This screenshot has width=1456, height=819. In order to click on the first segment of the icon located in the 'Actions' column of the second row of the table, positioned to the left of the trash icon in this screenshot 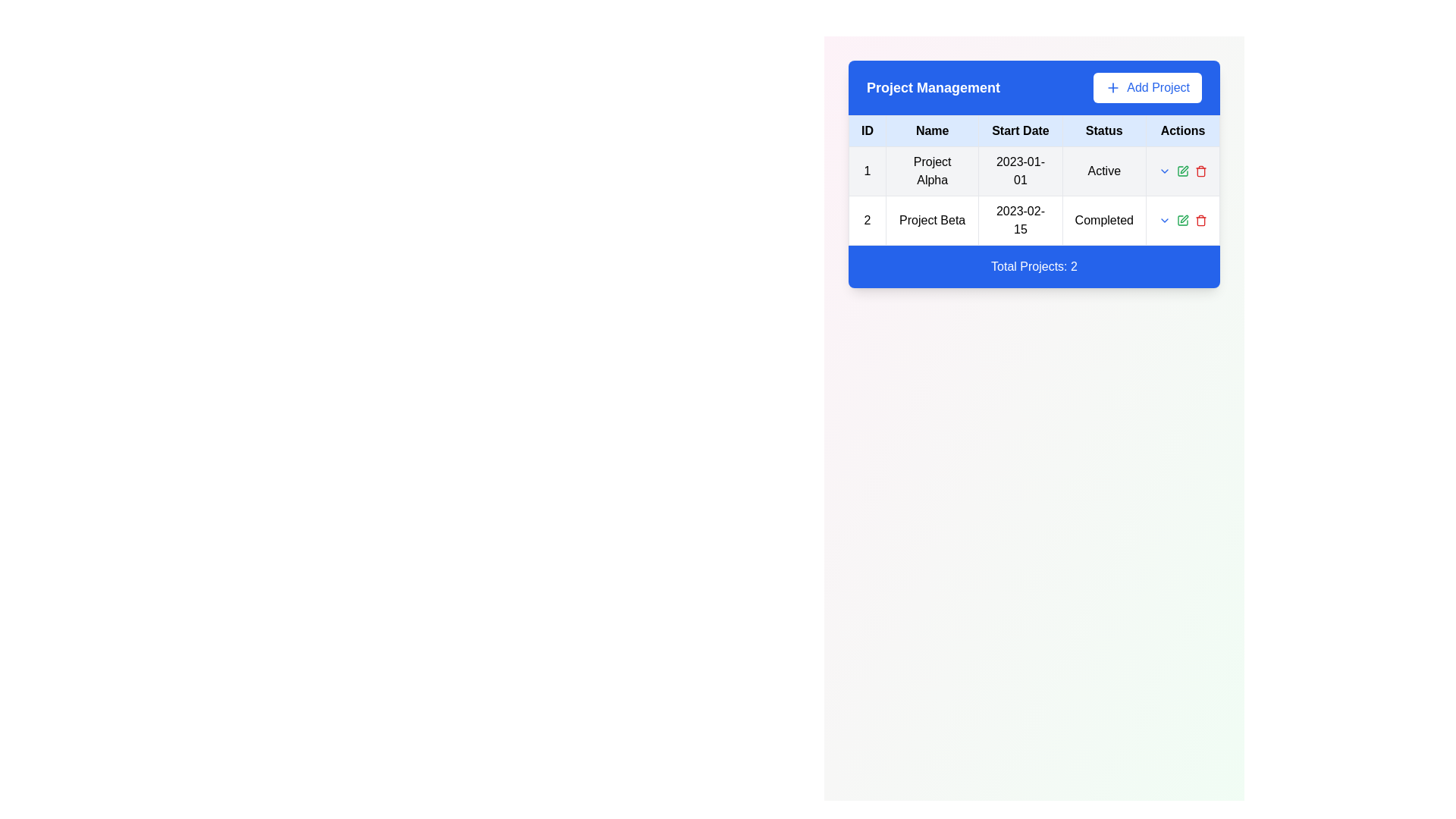, I will do `click(1182, 220)`.